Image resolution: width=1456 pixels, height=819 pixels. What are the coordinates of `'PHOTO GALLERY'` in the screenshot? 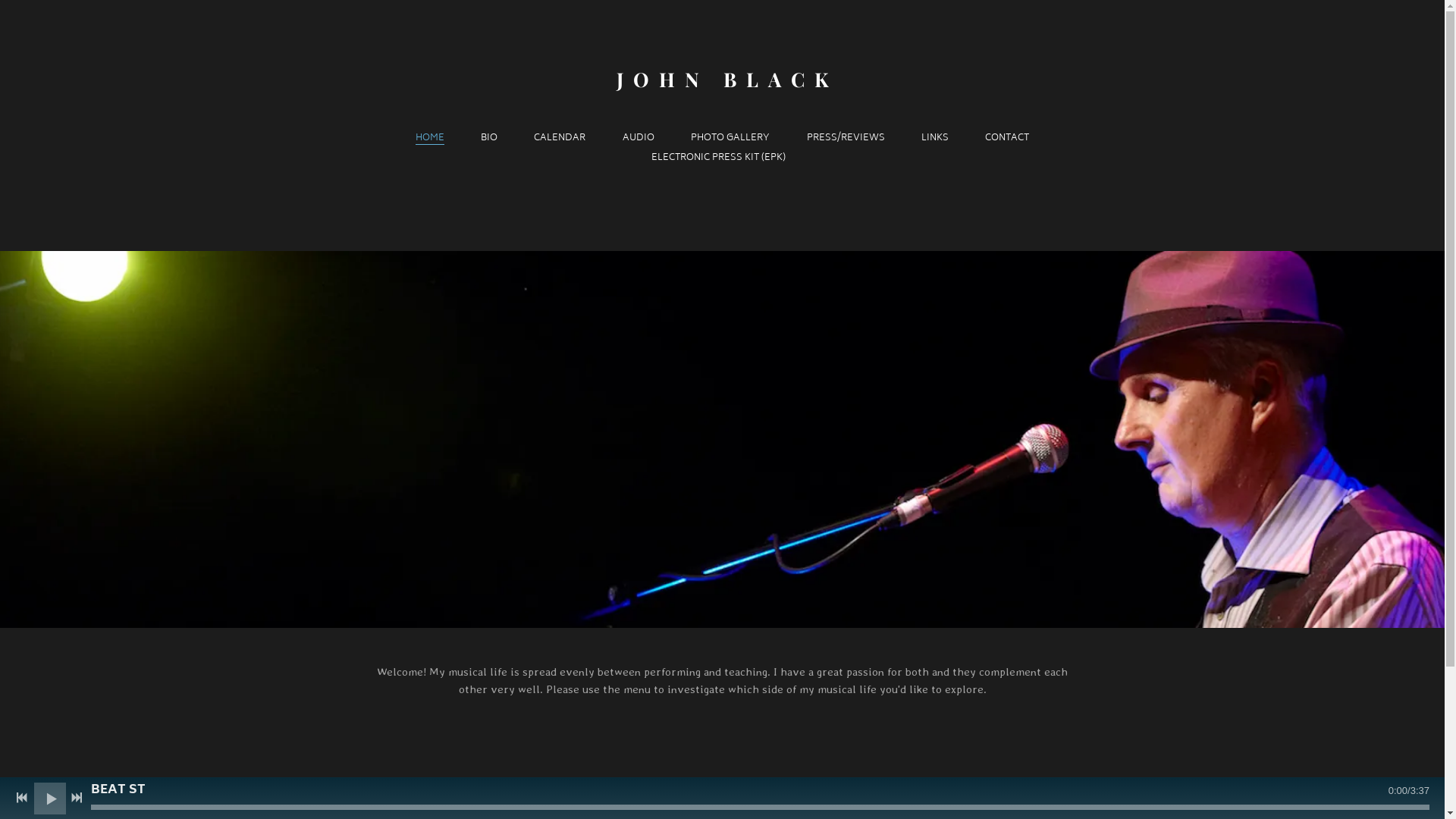 It's located at (730, 138).